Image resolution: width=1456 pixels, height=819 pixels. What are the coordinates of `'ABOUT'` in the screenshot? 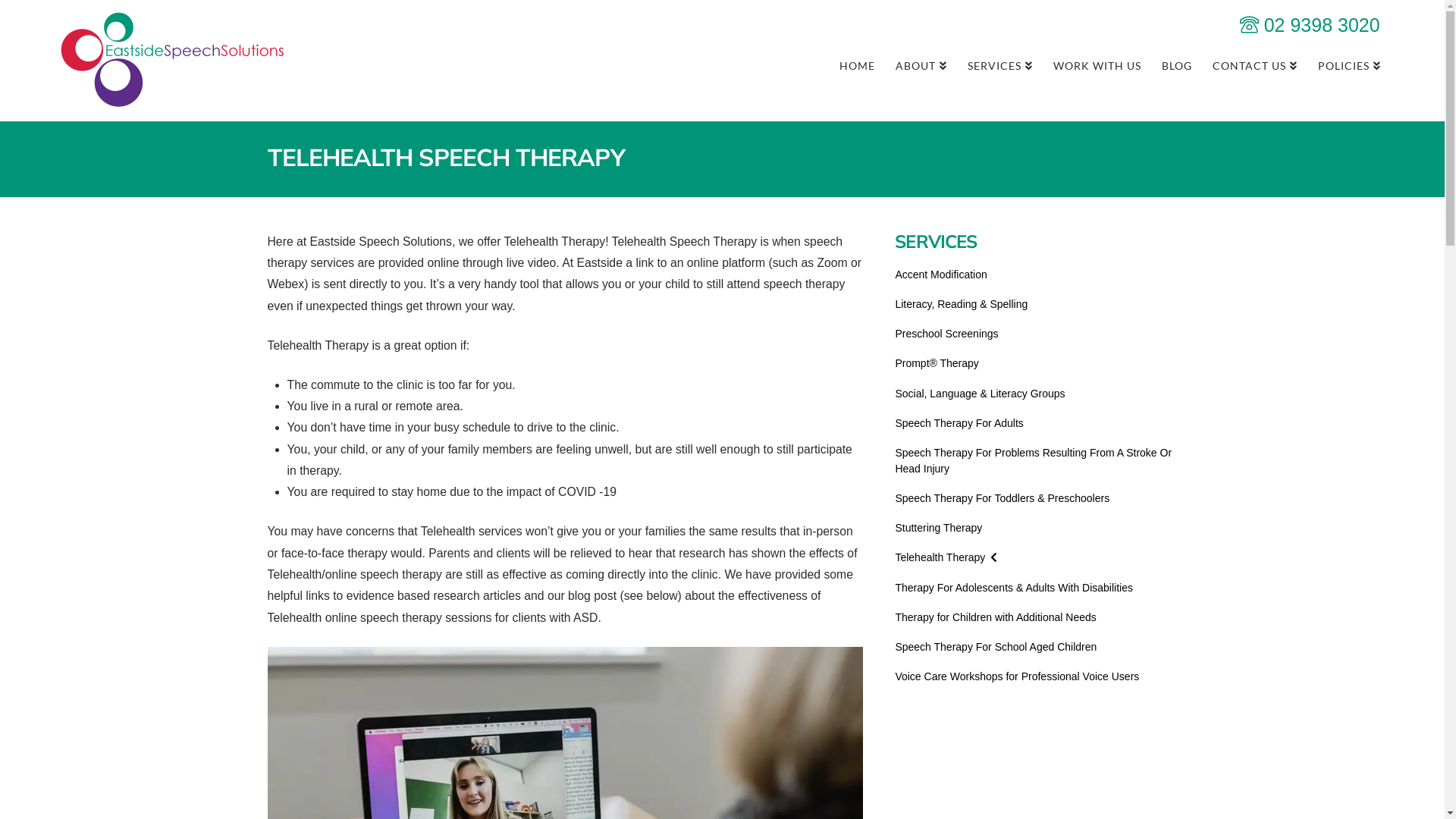 It's located at (884, 63).